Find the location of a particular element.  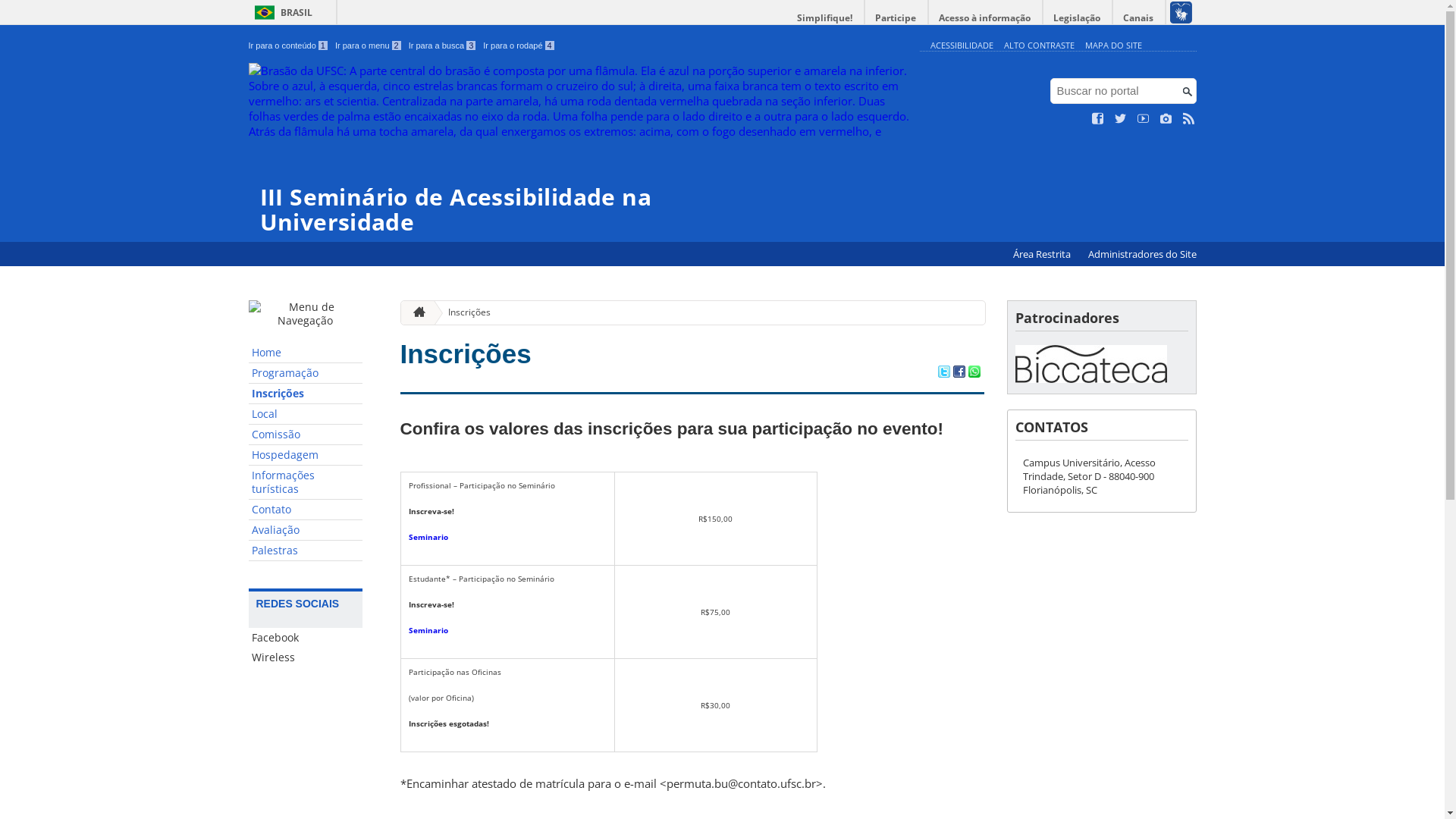

'Participe' is located at coordinates (864, 17).